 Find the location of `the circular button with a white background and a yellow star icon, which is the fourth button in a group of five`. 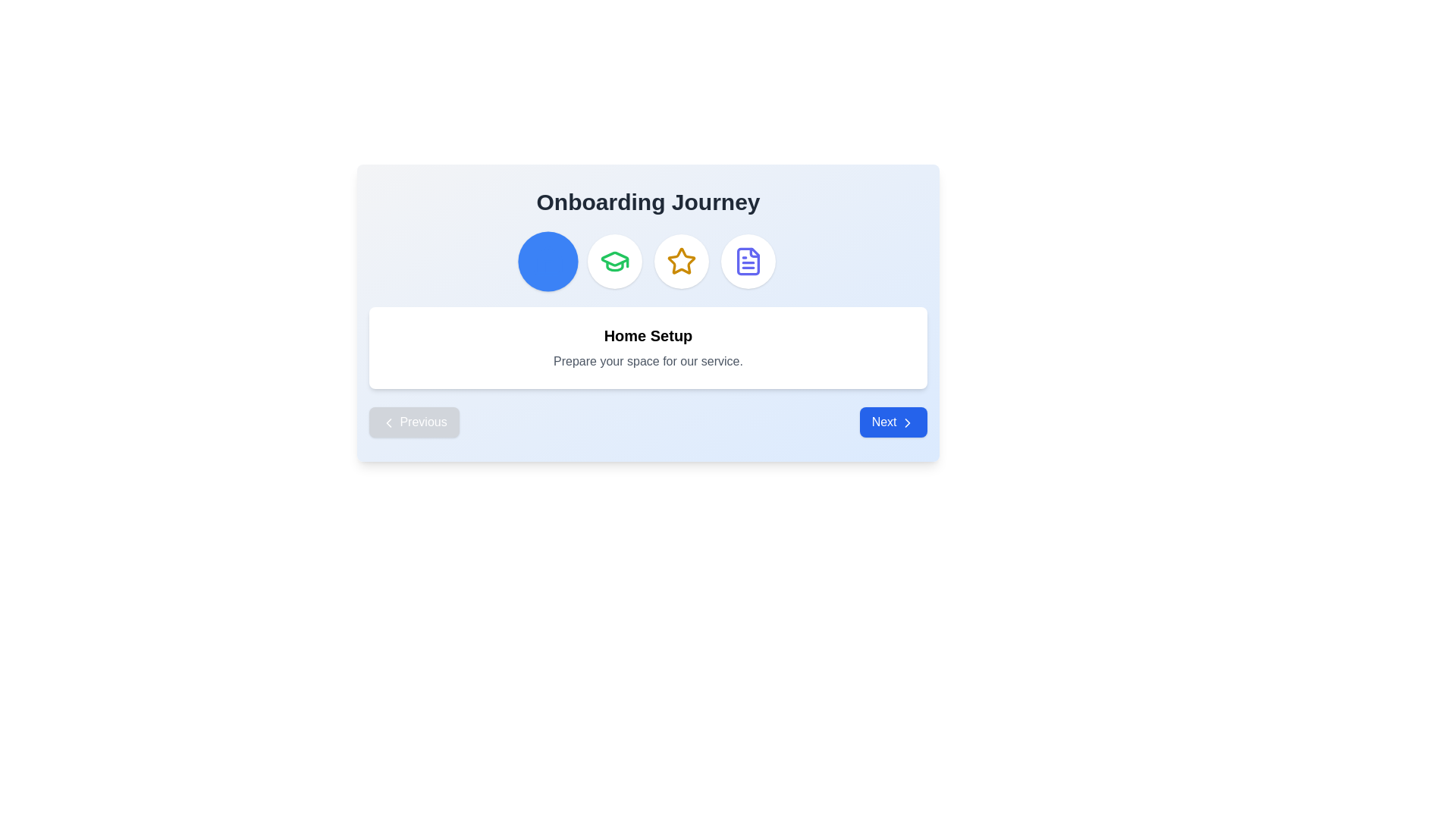

the circular button with a white background and a yellow star icon, which is the fourth button in a group of five is located at coordinates (680, 260).